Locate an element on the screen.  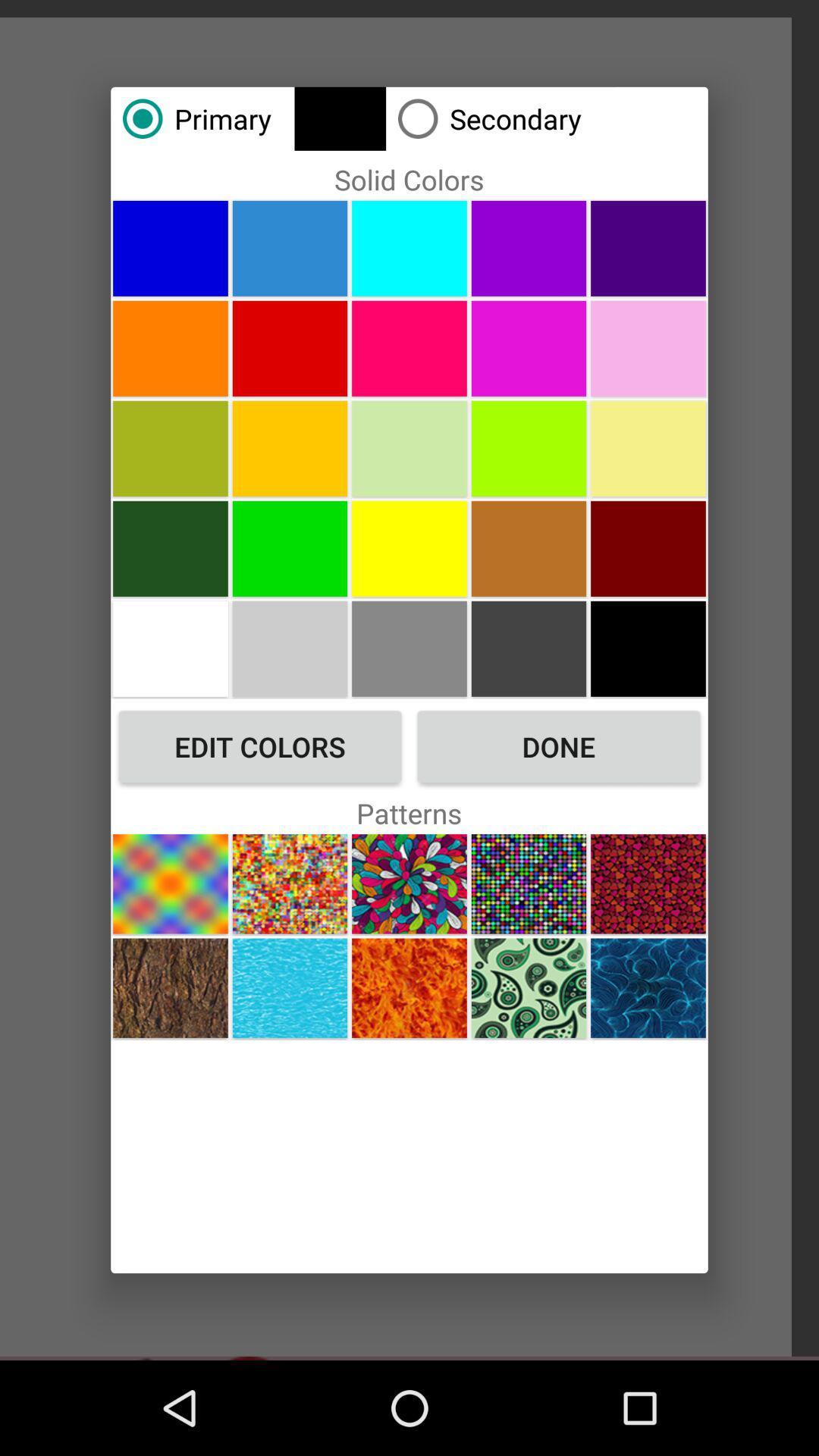
solid color is located at coordinates (290, 248).